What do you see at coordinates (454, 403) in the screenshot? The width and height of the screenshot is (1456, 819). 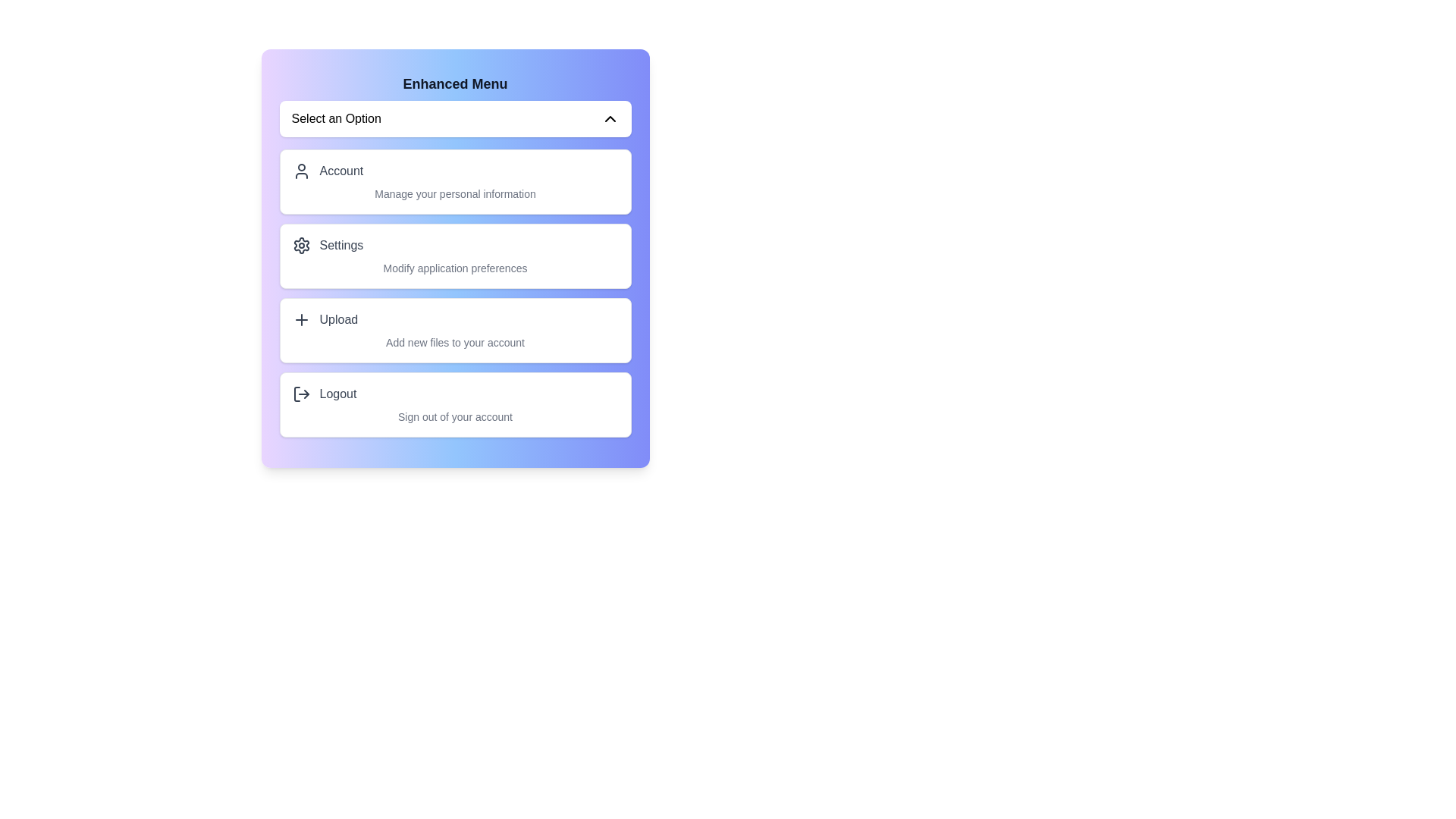 I see `the menu option corresponding to Logout to select it` at bounding box center [454, 403].